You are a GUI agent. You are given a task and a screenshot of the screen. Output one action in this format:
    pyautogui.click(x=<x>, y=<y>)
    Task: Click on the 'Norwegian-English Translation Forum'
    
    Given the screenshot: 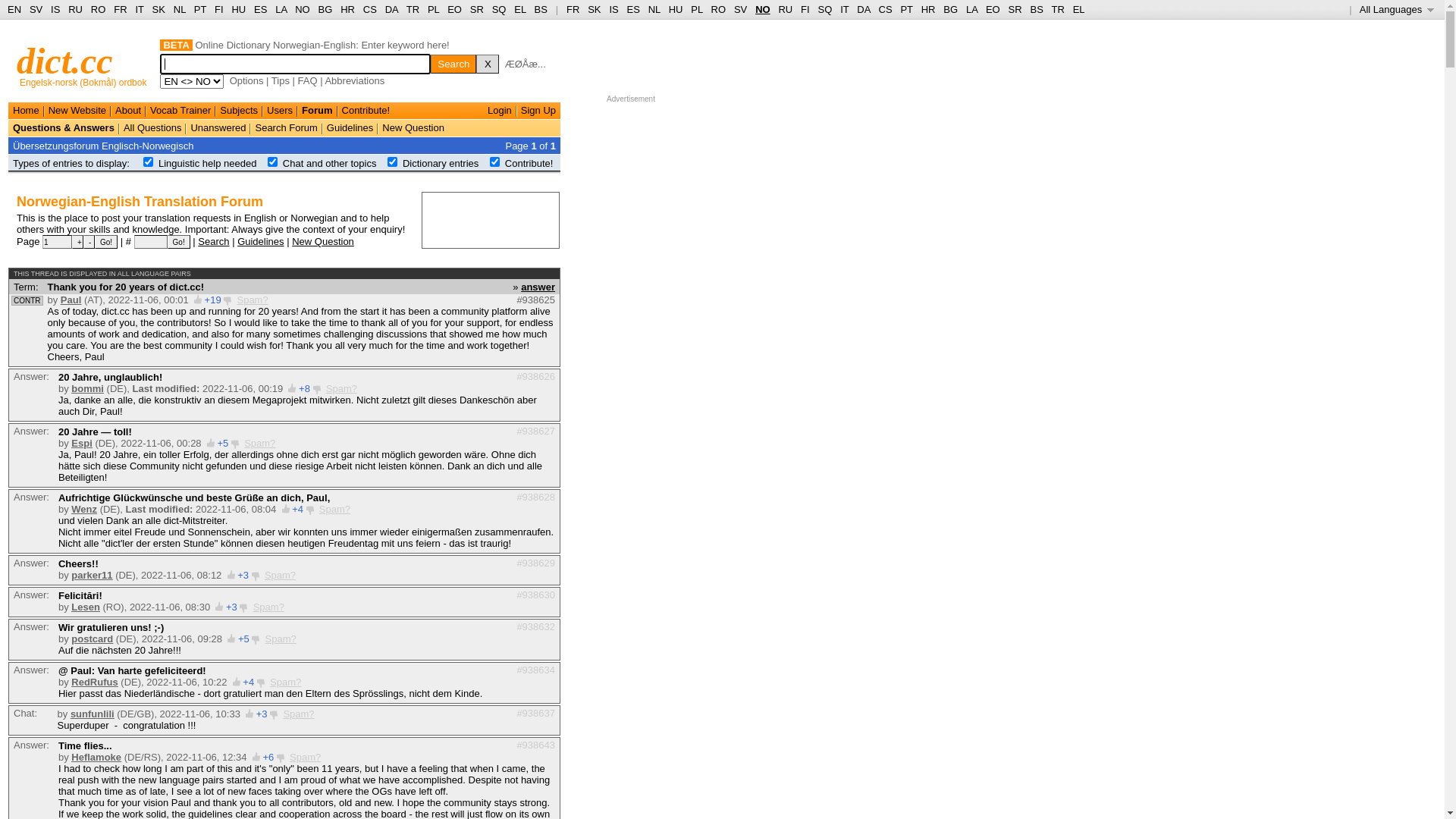 What is the action you would take?
    pyautogui.click(x=140, y=201)
    